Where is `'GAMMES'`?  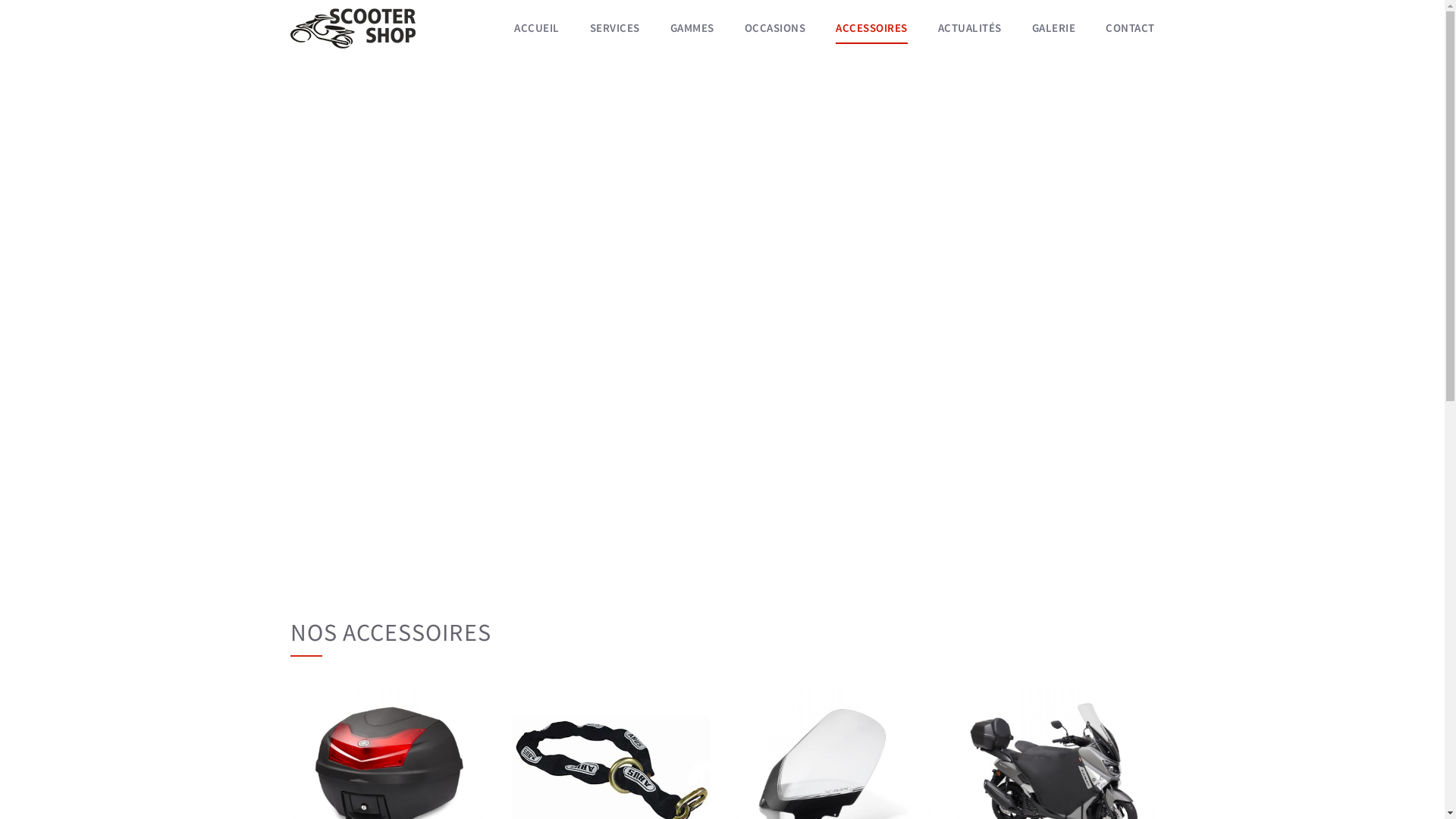
'GAMMES' is located at coordinates (691, 28).